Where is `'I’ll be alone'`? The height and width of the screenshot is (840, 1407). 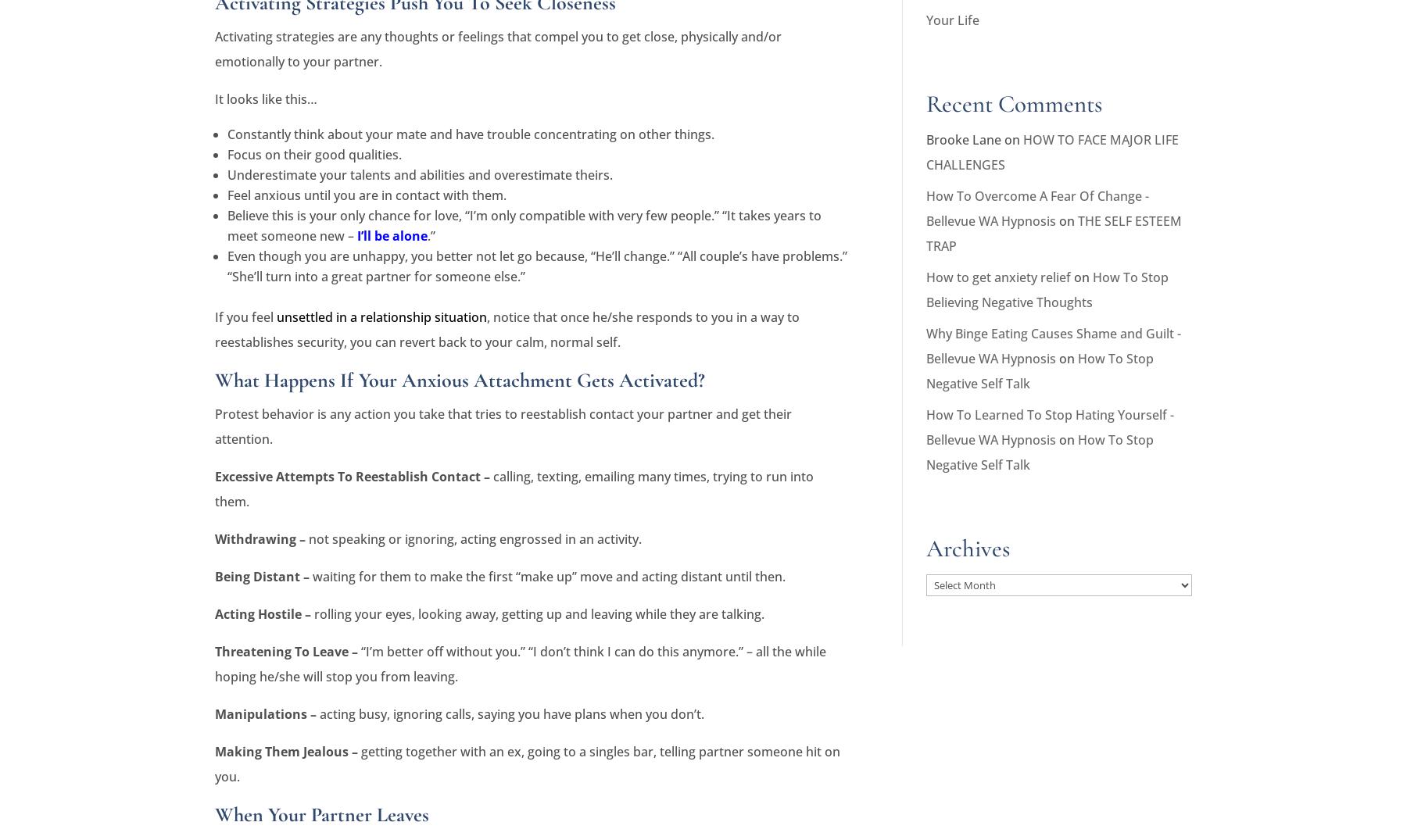
'I’ll be alone' is located at coordinates (392, 234).